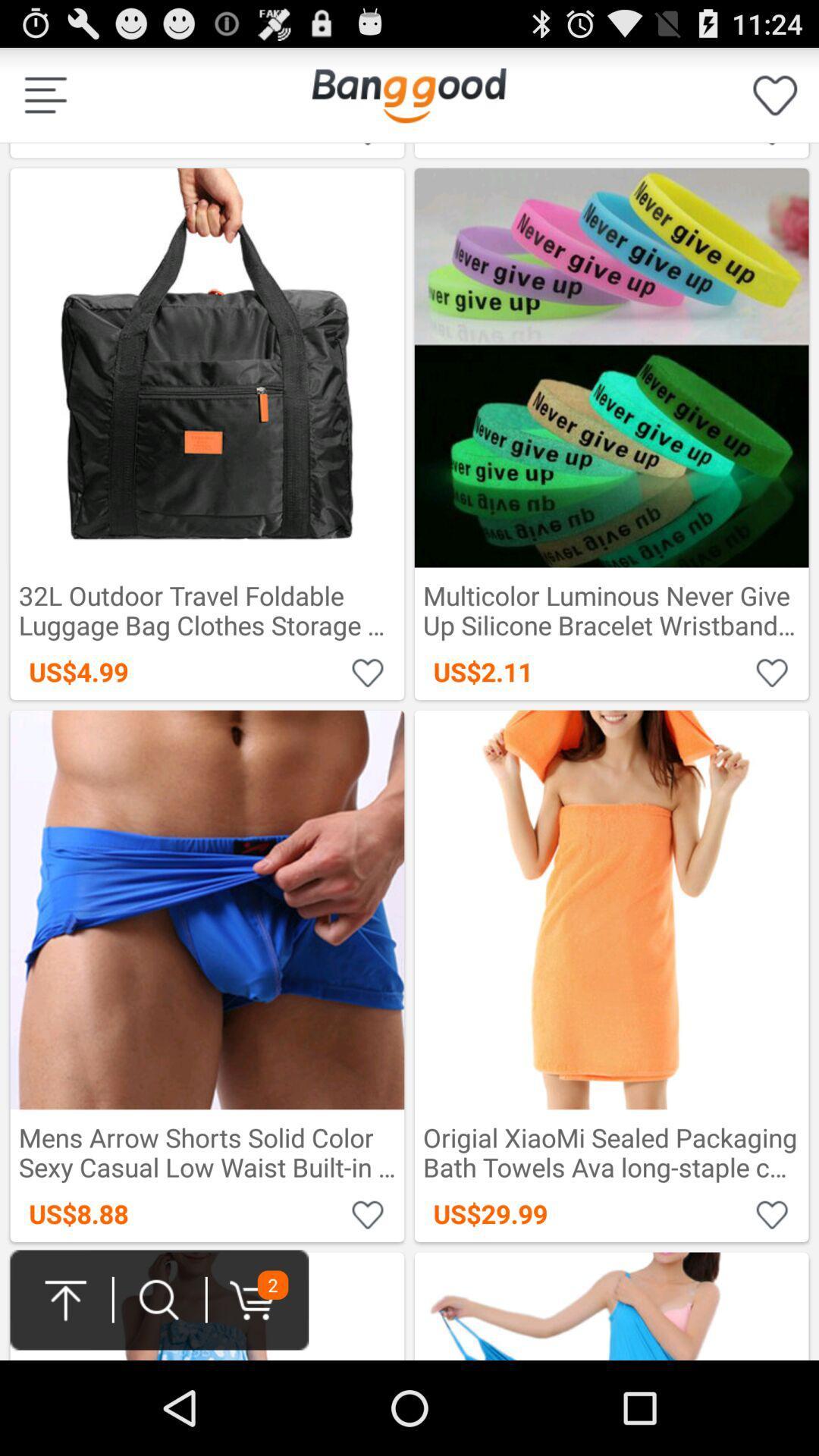  What do you see at coordinates (408, 94) in the screenshot?
I see `go home` at bounding box center [408, 94].